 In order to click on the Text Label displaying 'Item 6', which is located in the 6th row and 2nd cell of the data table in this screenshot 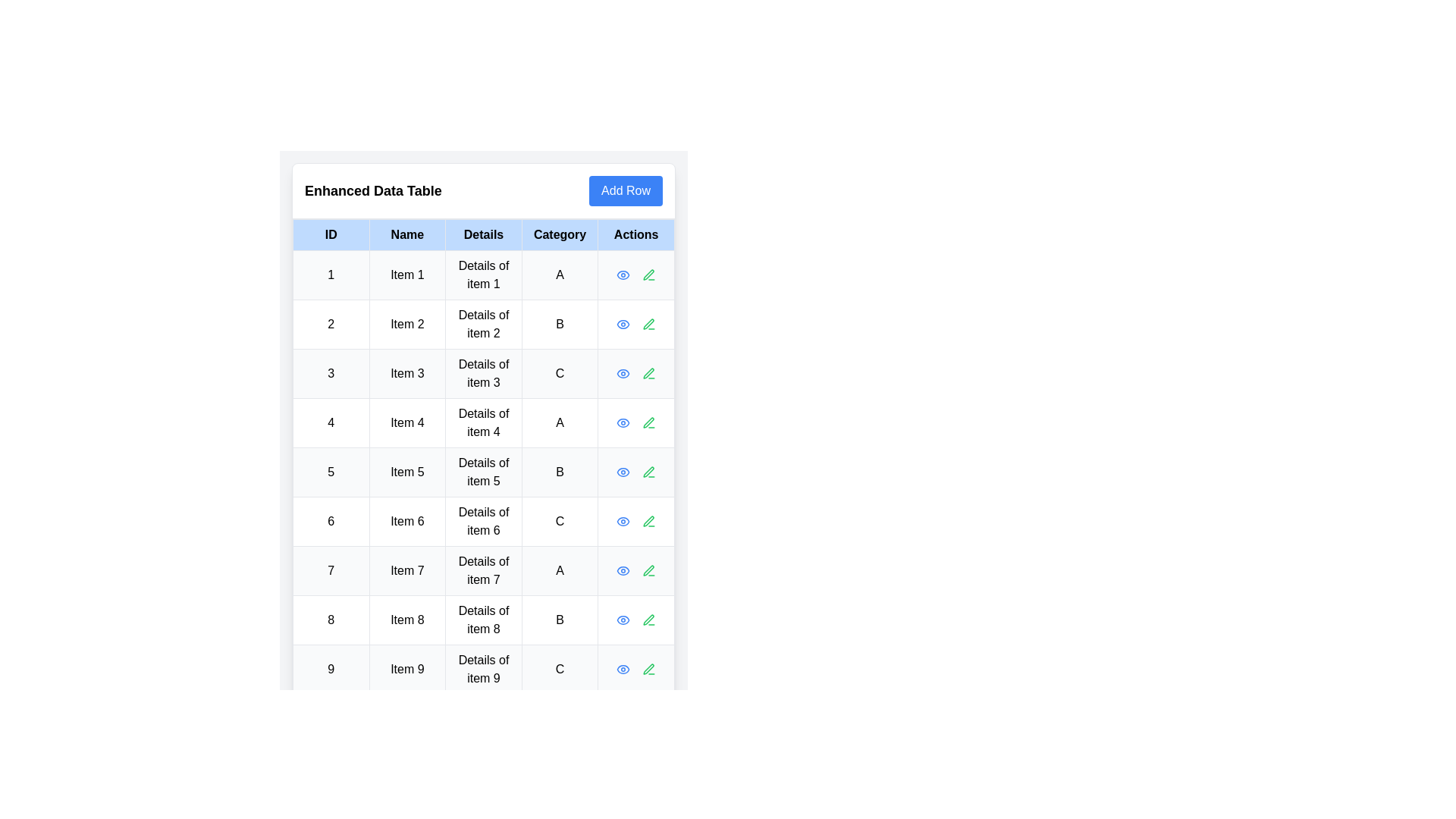, I will do `click(407, 520)`.